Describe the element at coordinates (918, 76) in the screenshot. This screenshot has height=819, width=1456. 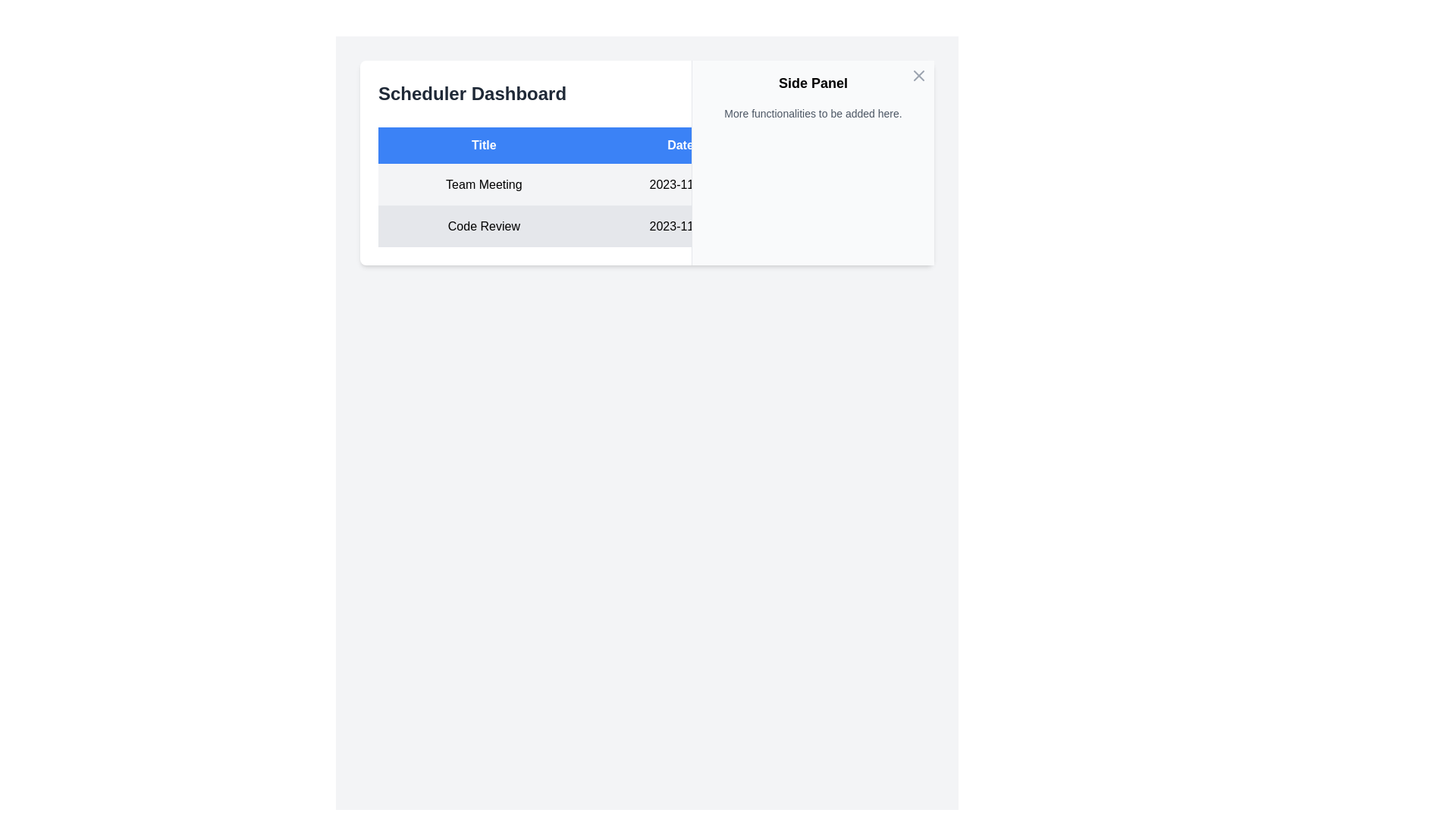
I see `the close button located at the top-right corner of the 'Side Panel'` at that location.